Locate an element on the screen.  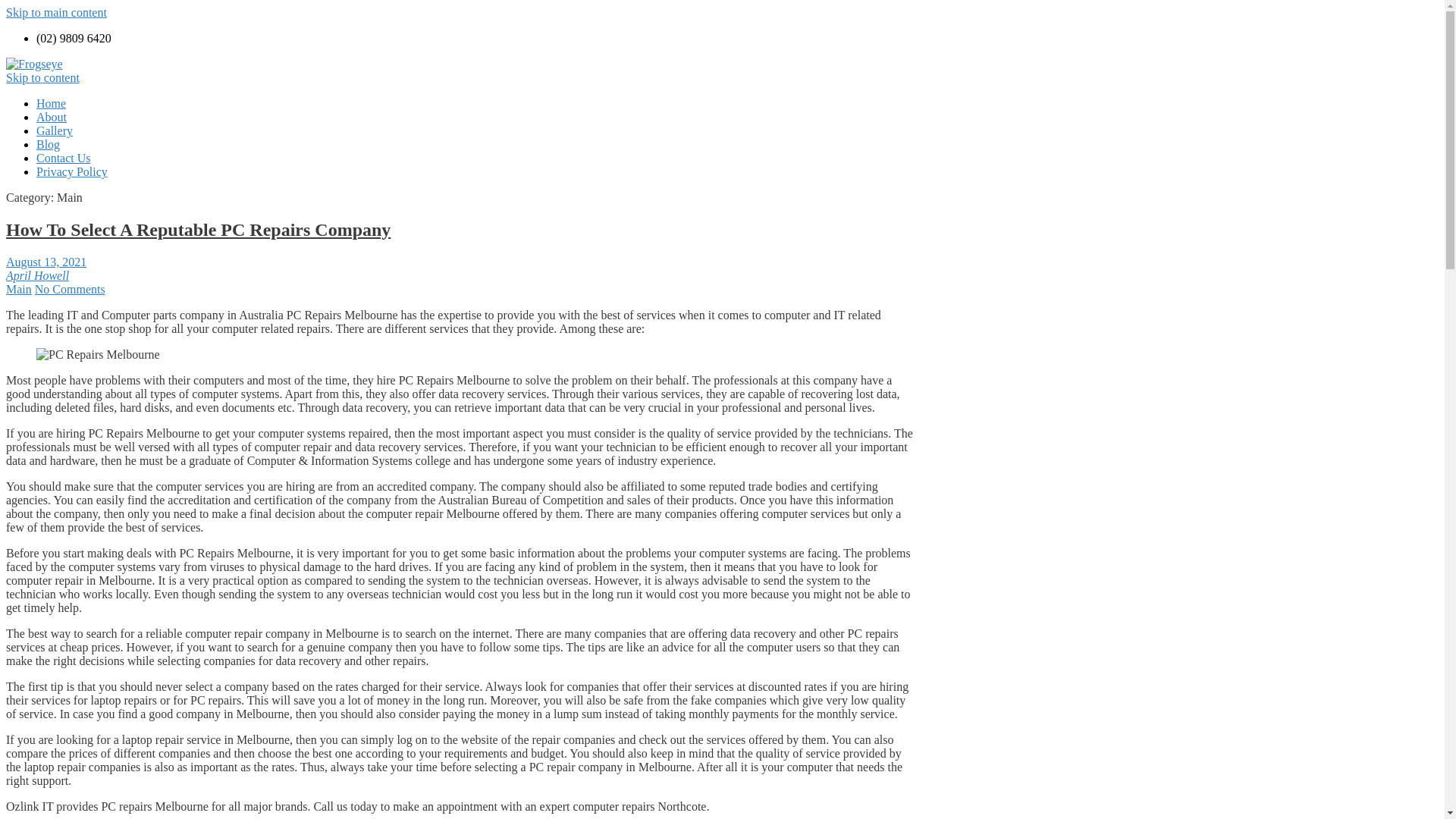
'About' is located at coordinates (51, 116).